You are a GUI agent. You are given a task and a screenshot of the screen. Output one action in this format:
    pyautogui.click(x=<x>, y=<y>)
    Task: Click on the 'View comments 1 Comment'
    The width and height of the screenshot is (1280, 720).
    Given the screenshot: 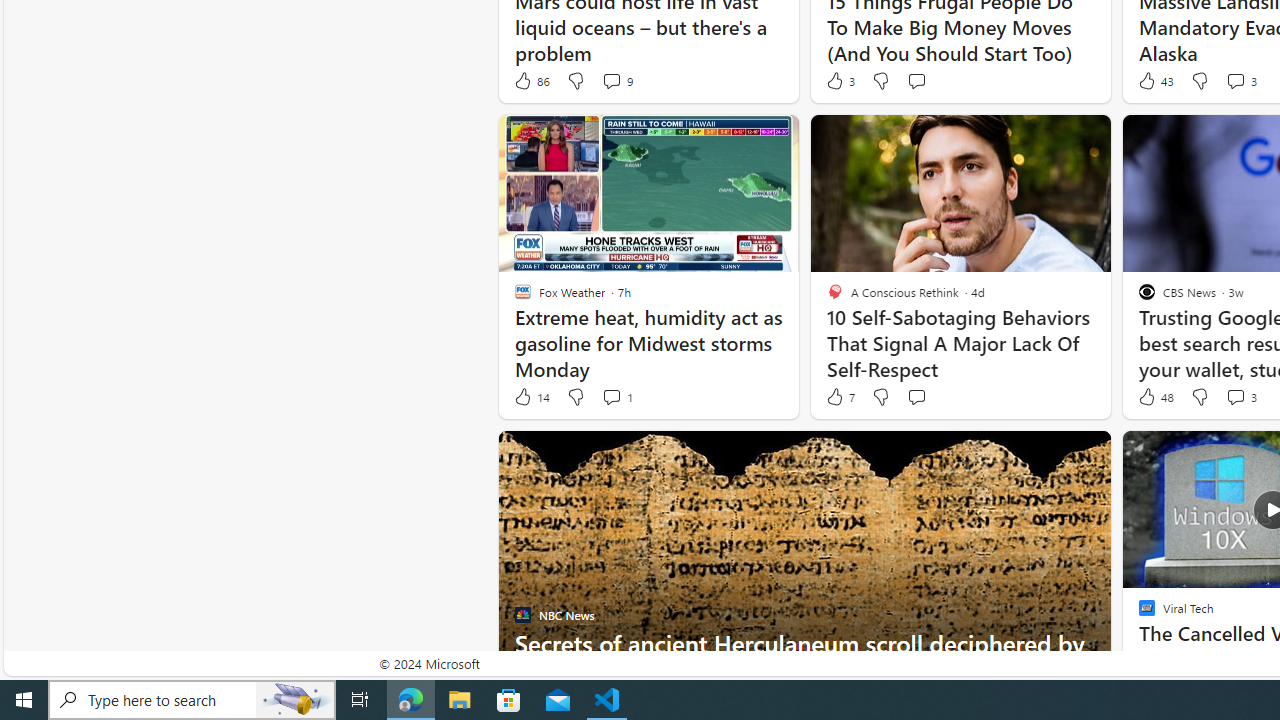 What is the action you would take?
    pyautogui.click(x=610, y=397)
    